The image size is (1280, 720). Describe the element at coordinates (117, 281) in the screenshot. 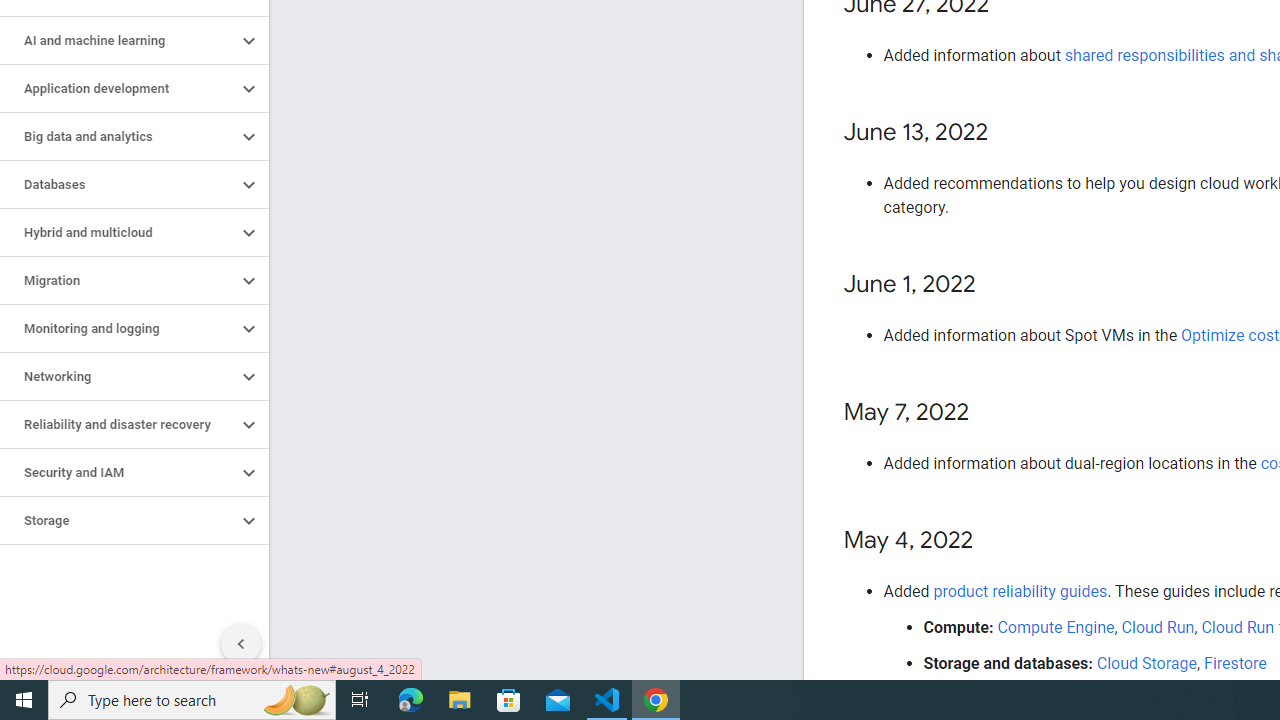

I see `'Migration'` at that location.